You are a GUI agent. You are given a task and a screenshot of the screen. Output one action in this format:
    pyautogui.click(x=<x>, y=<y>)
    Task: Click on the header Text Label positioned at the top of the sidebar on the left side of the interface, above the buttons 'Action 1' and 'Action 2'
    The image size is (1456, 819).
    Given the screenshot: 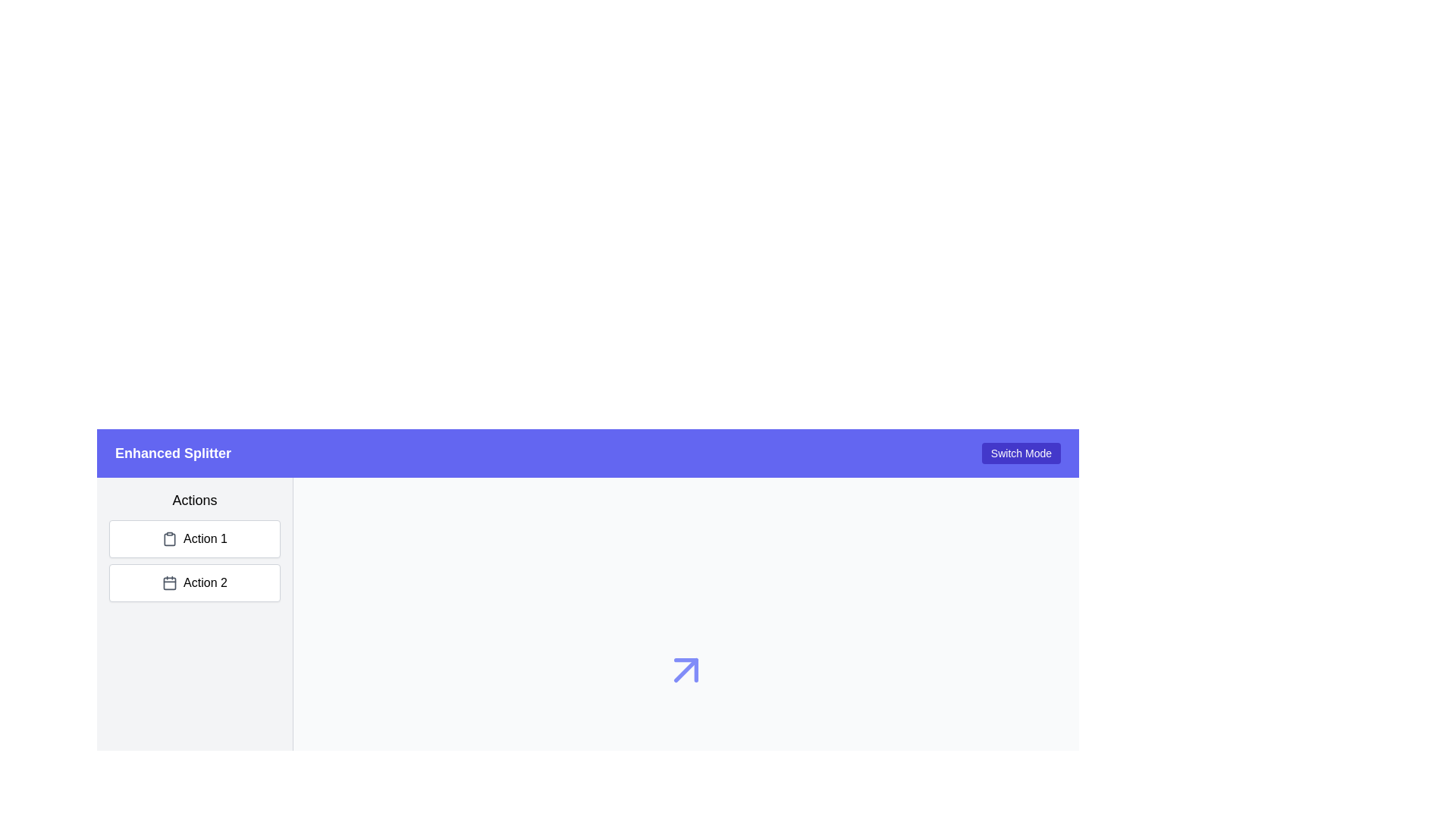 What is the action you would take?
    pyautogui.click(x=194, y=500)
    